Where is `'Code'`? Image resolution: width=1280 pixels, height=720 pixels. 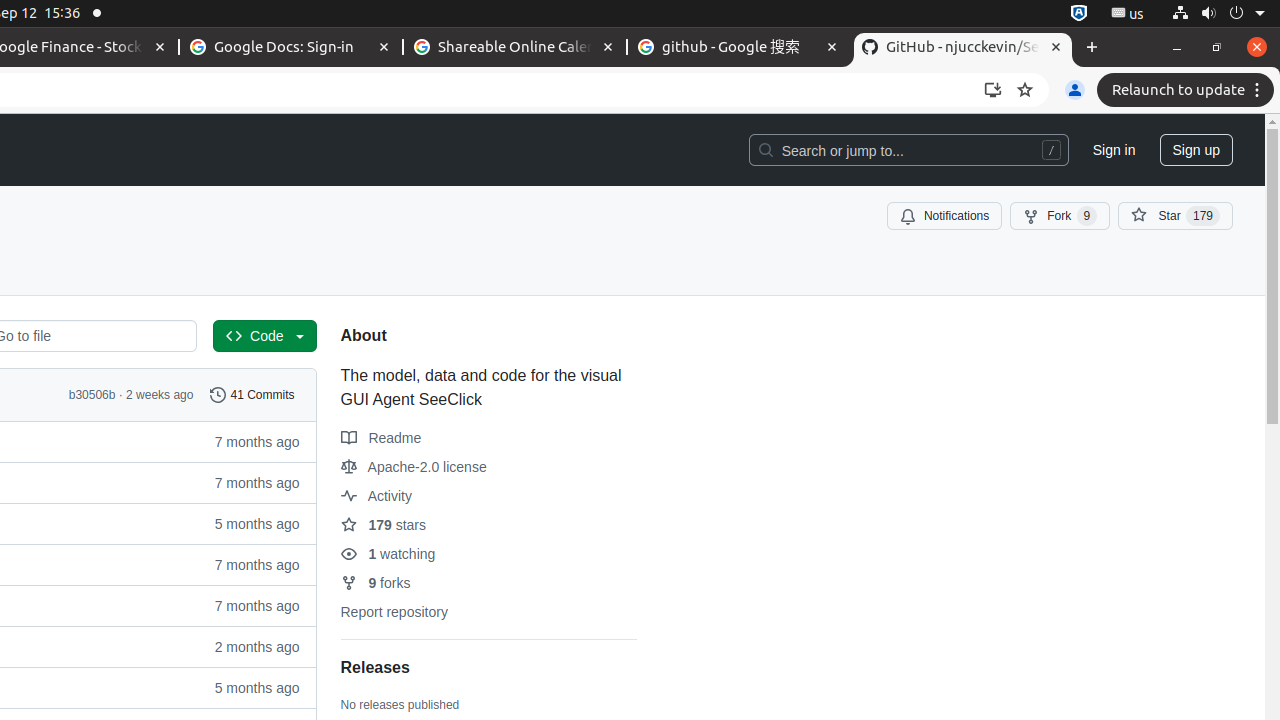 'Code' is located at coordinates (263, 335).